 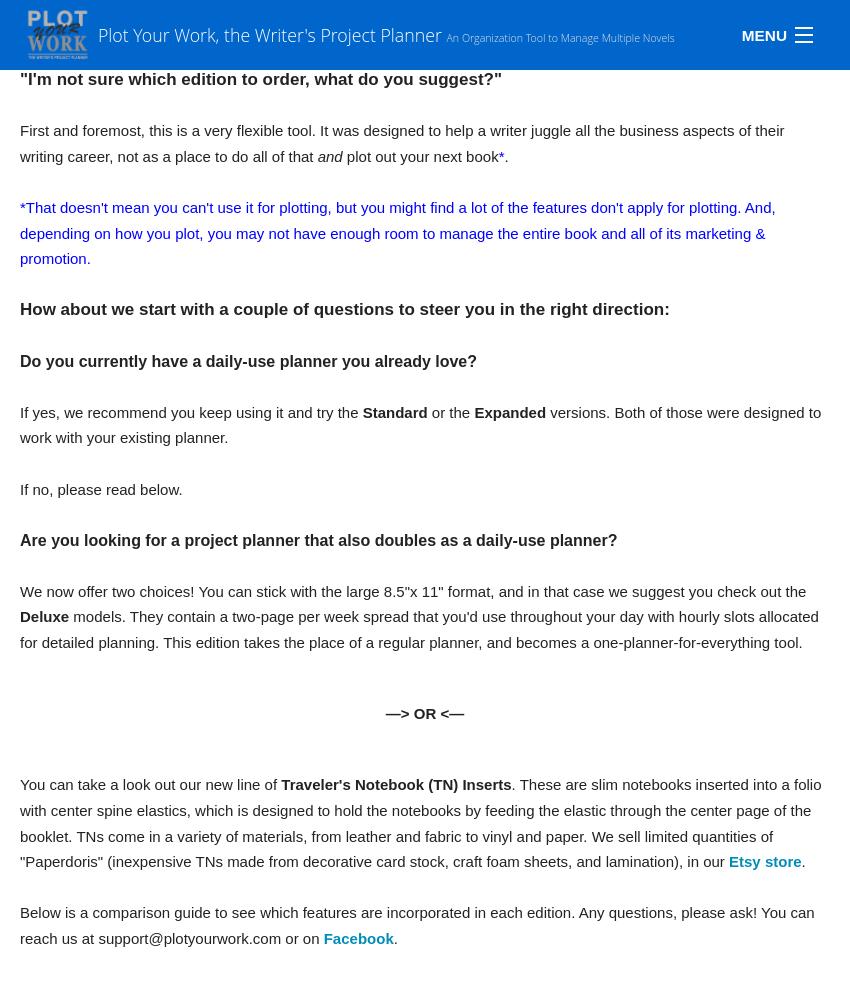 I want to click on 'models. They contain a two-page per week spread that you'd use throughout your day with hourly slots allocated for detailed planning. This edition takes the place of a regular planner, and becomes a one-planner-for-everything tool.', so click(x=418, y=629).